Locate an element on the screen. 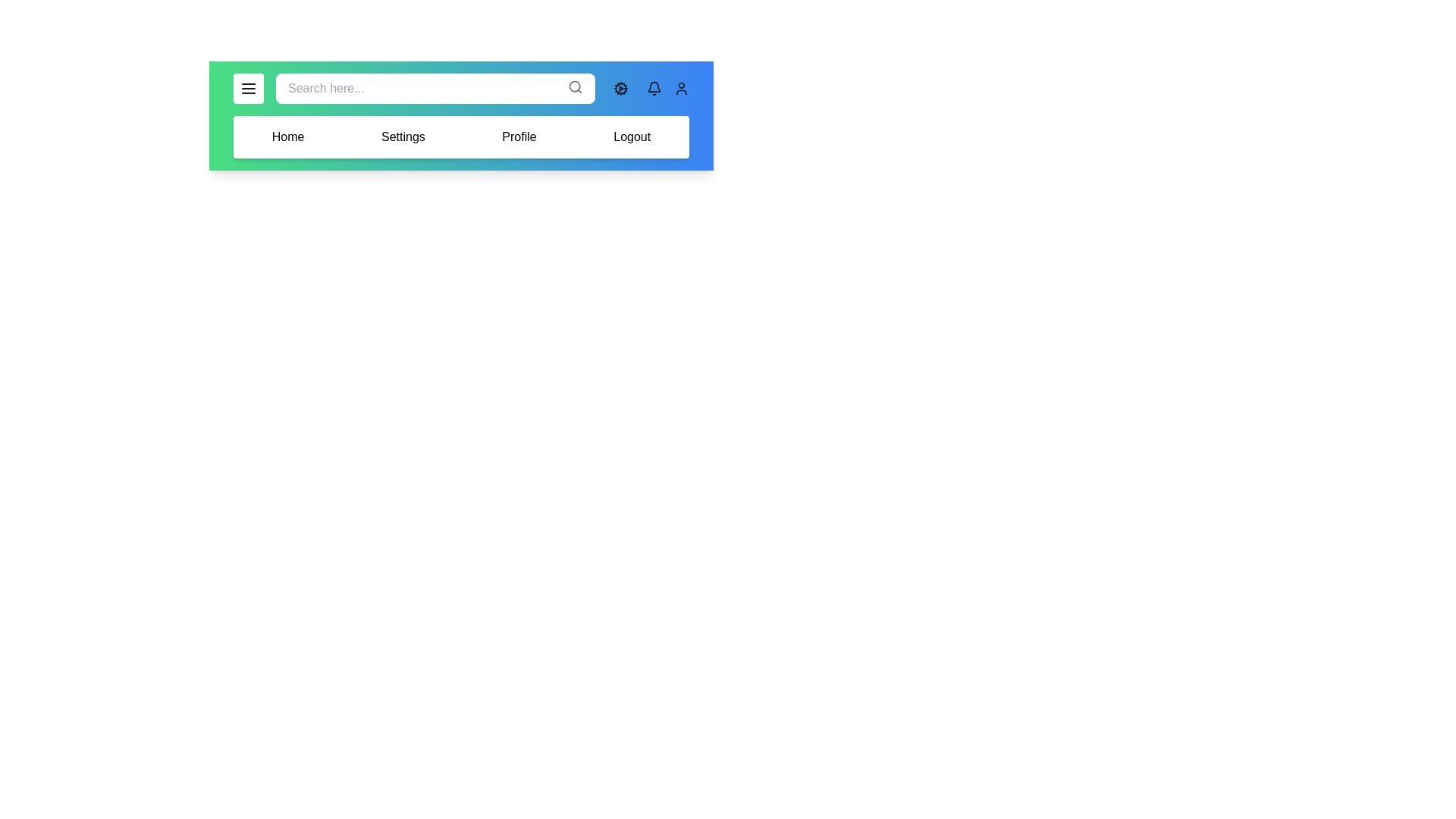 This screenshot has width=1456, height=819. the menu item labeled Settings is located at coordinates (403, 137).